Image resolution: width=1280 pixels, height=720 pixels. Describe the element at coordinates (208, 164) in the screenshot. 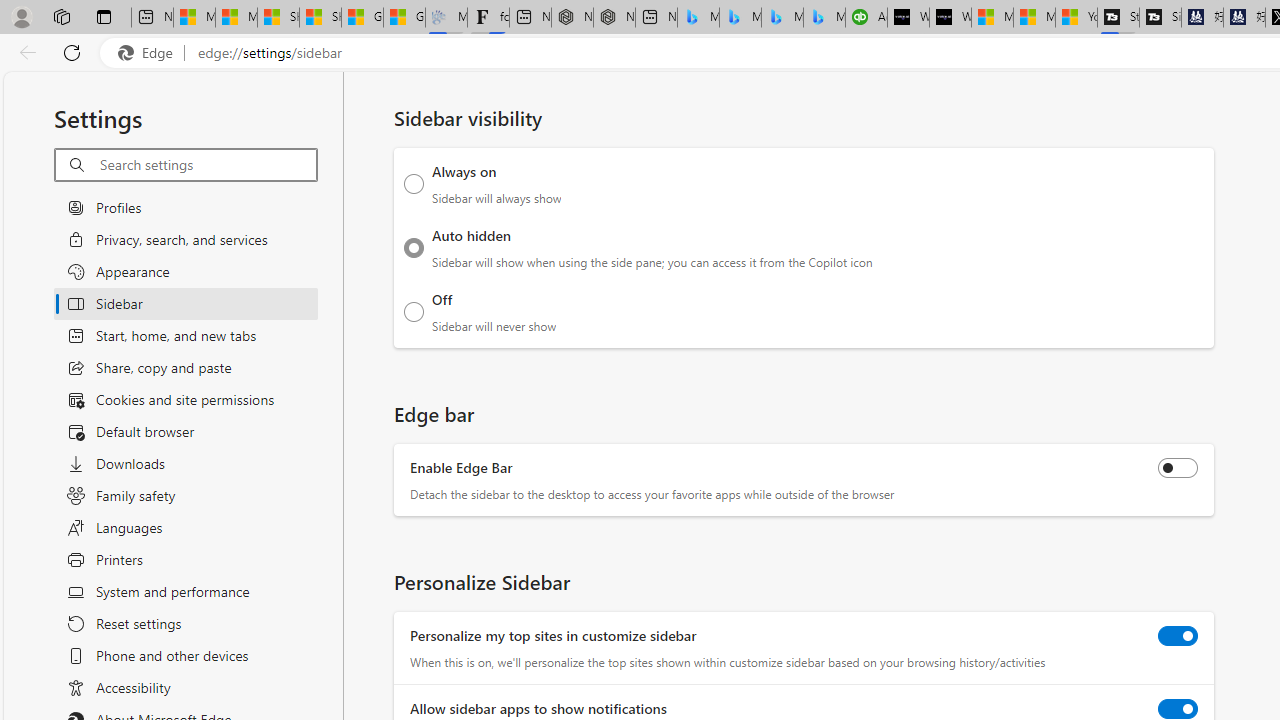

I see `'Search settings'` at that location.